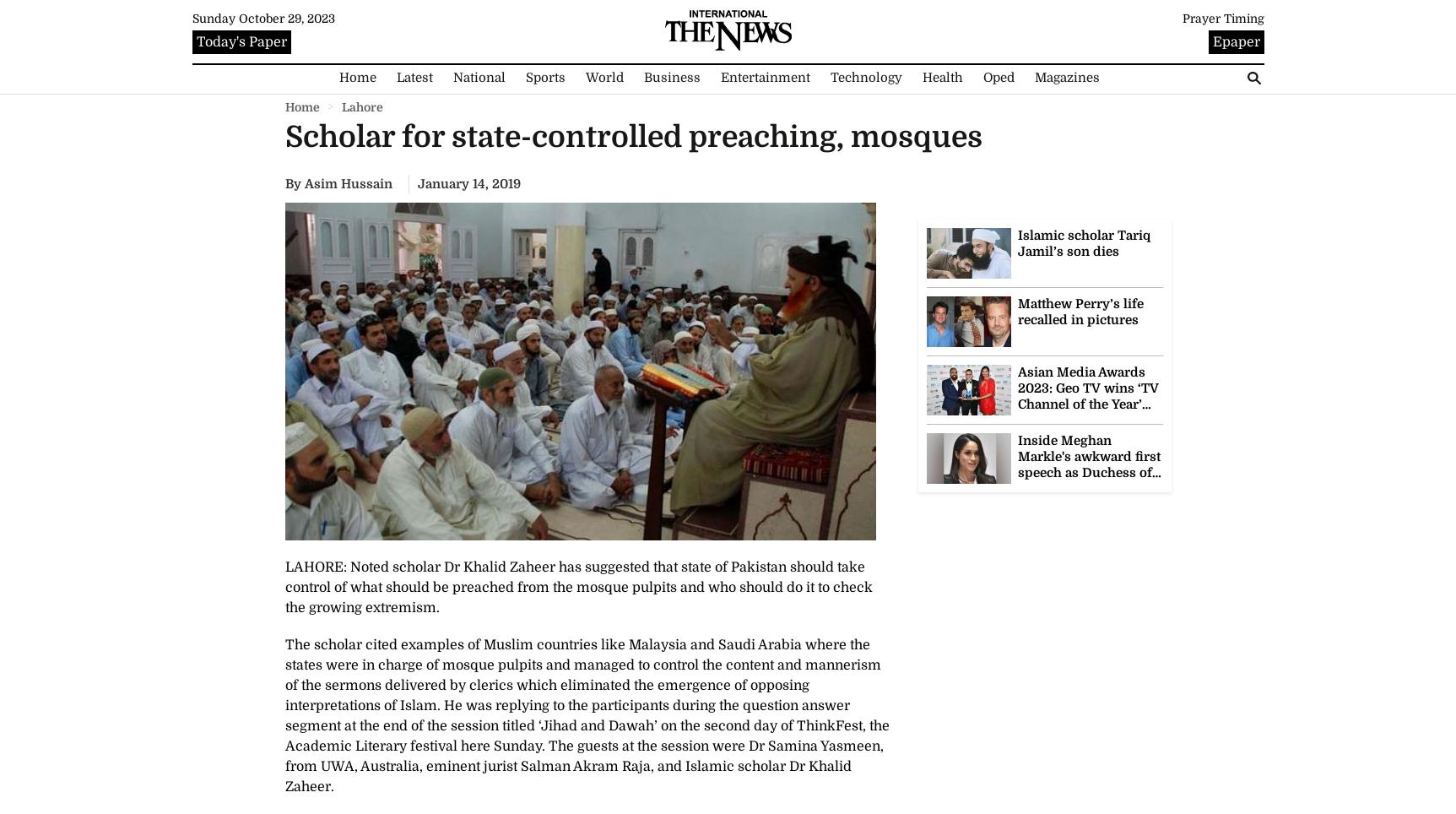 The height and width of the screenshot is (814, 1456). Describe the element at coordinates (998, 76) in the screenshot. I see `'Oped'` at that location.